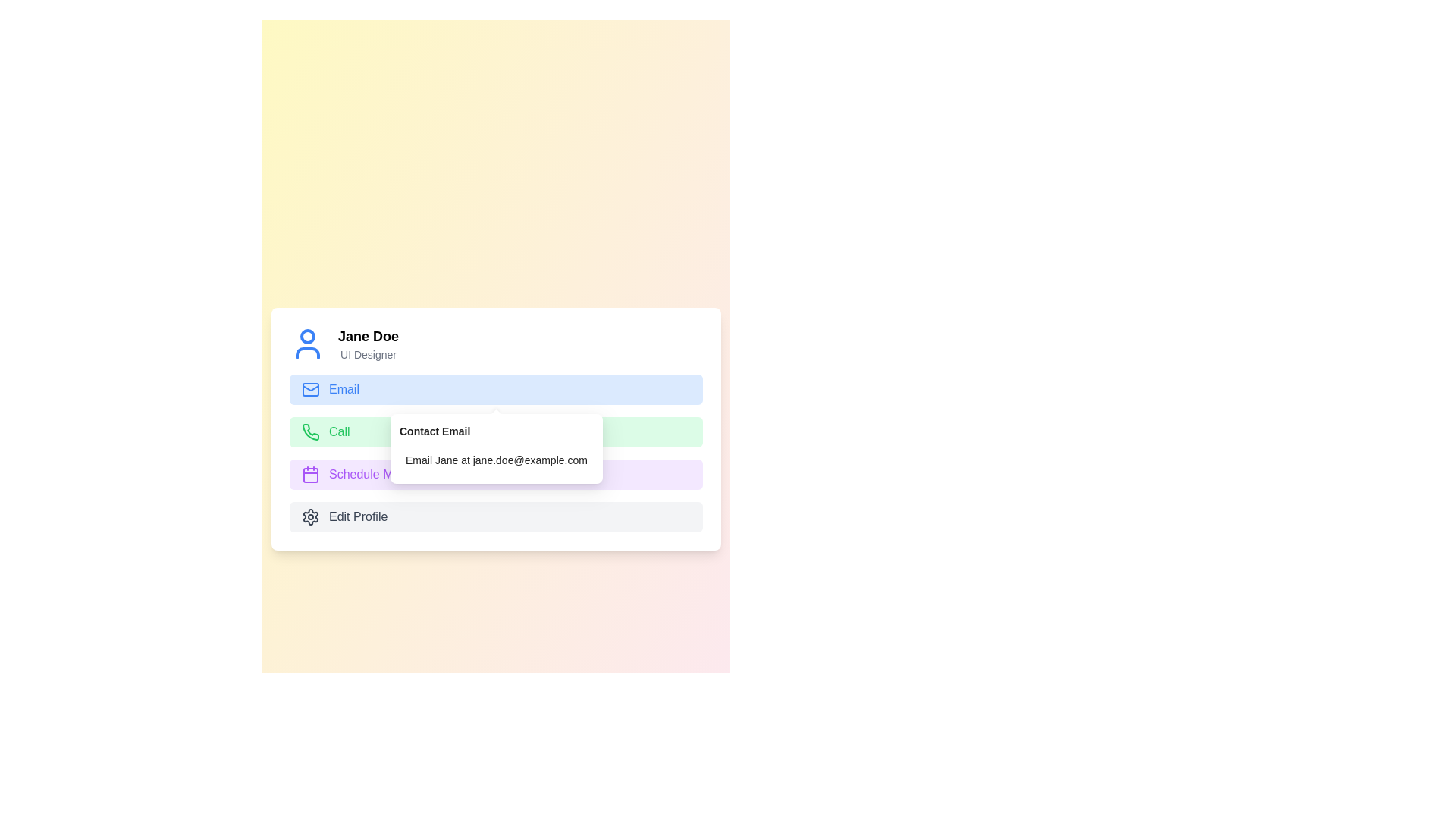 Image resolution: width=1456 pixels, height=819 pixels. I want to click on the text label displaying 'Call' in green, located to the right of a telephone icon within a green rectangular area in the contact options section, so click(338, 432).